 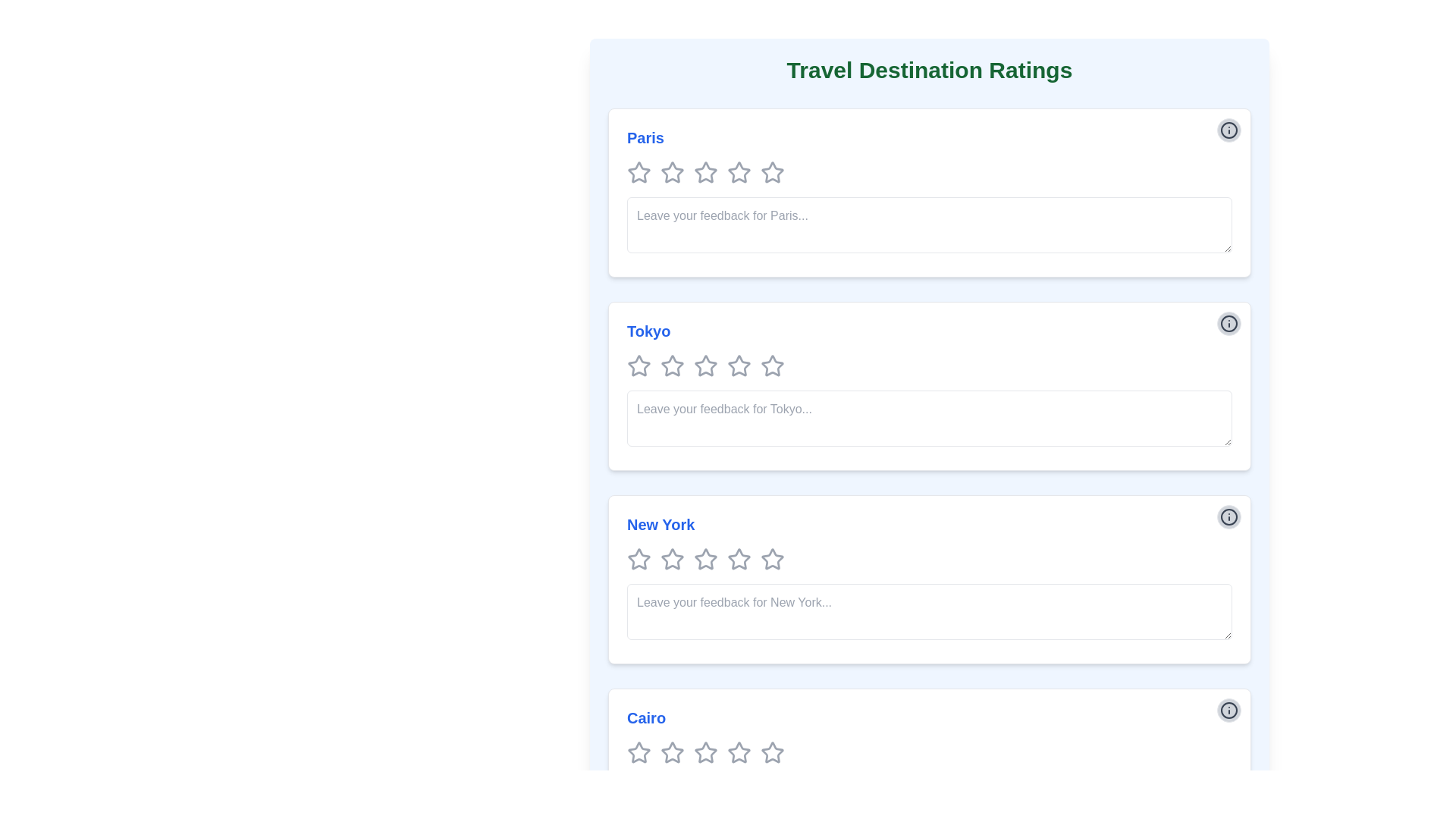 What do you see at coordinates (639, 366) in the screenshot?
I see `the first star icon for the rating system located under the feedback section for 'Tokyo' to trigger a visual feedback effect` at bounding box center [639, 366].